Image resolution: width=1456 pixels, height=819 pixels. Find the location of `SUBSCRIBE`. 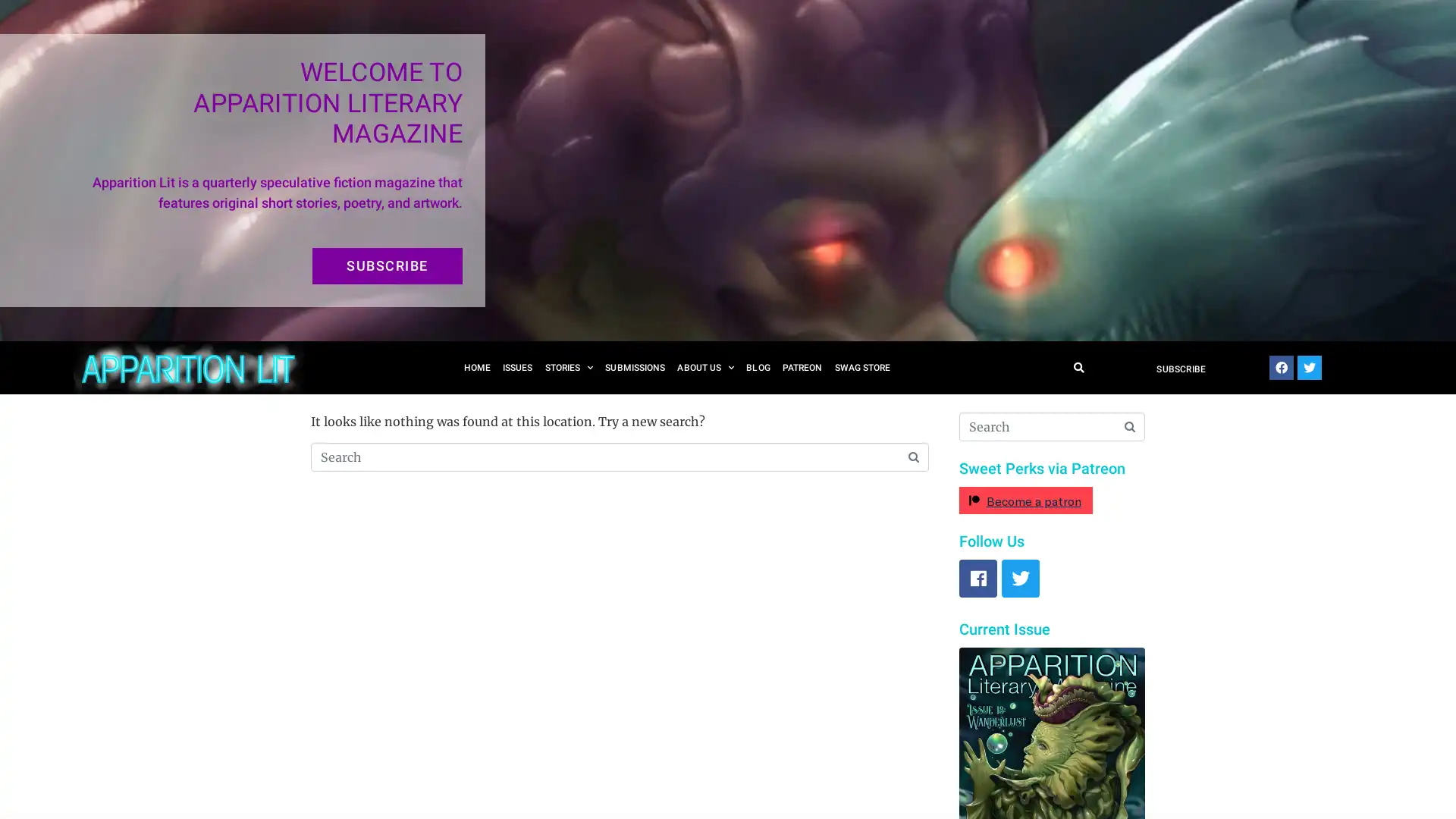

SUBSCRIBE is located at coordinates (387, 265).